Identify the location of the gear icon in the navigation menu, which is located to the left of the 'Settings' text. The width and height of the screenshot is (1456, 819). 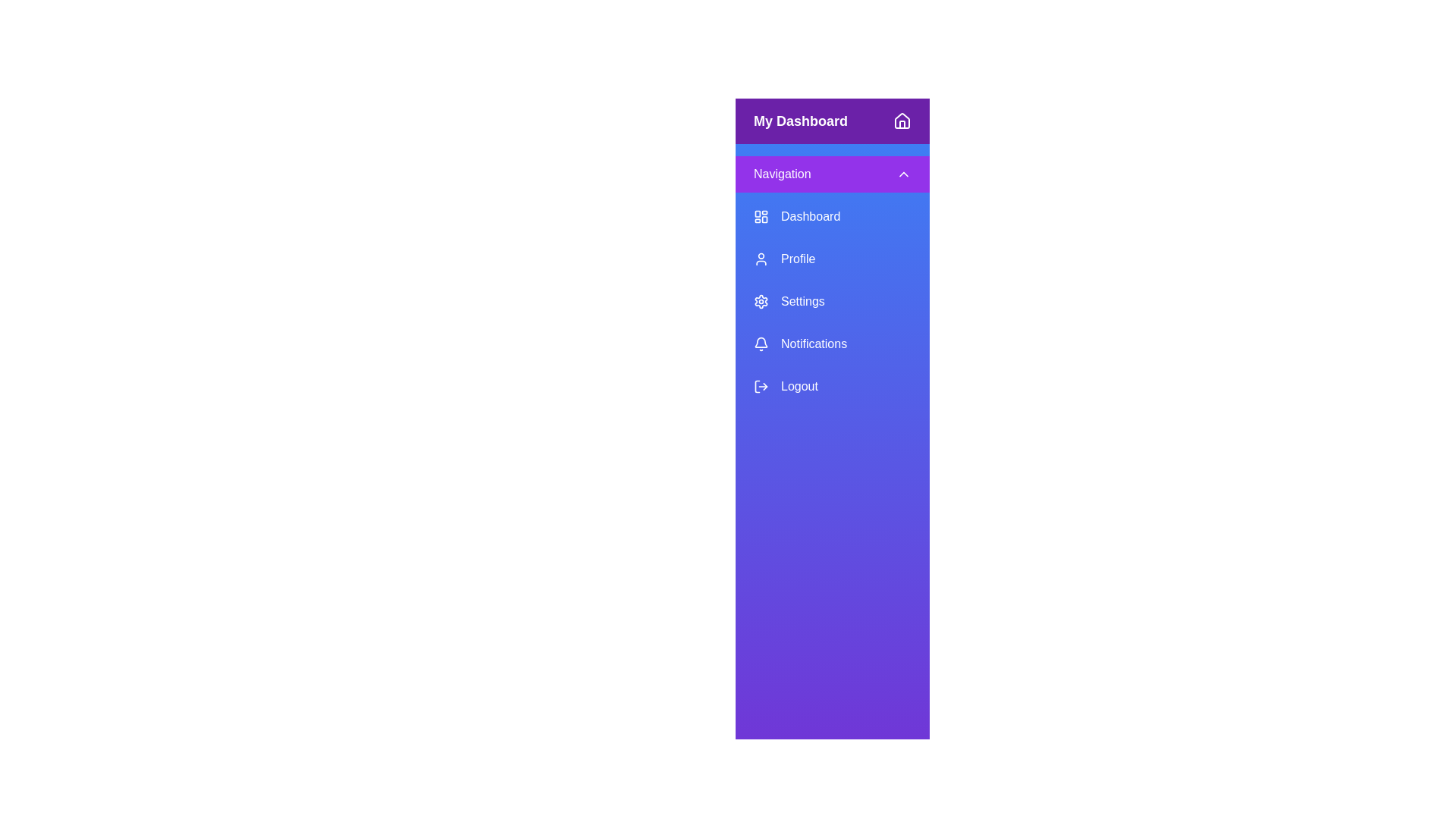
(761, 301).